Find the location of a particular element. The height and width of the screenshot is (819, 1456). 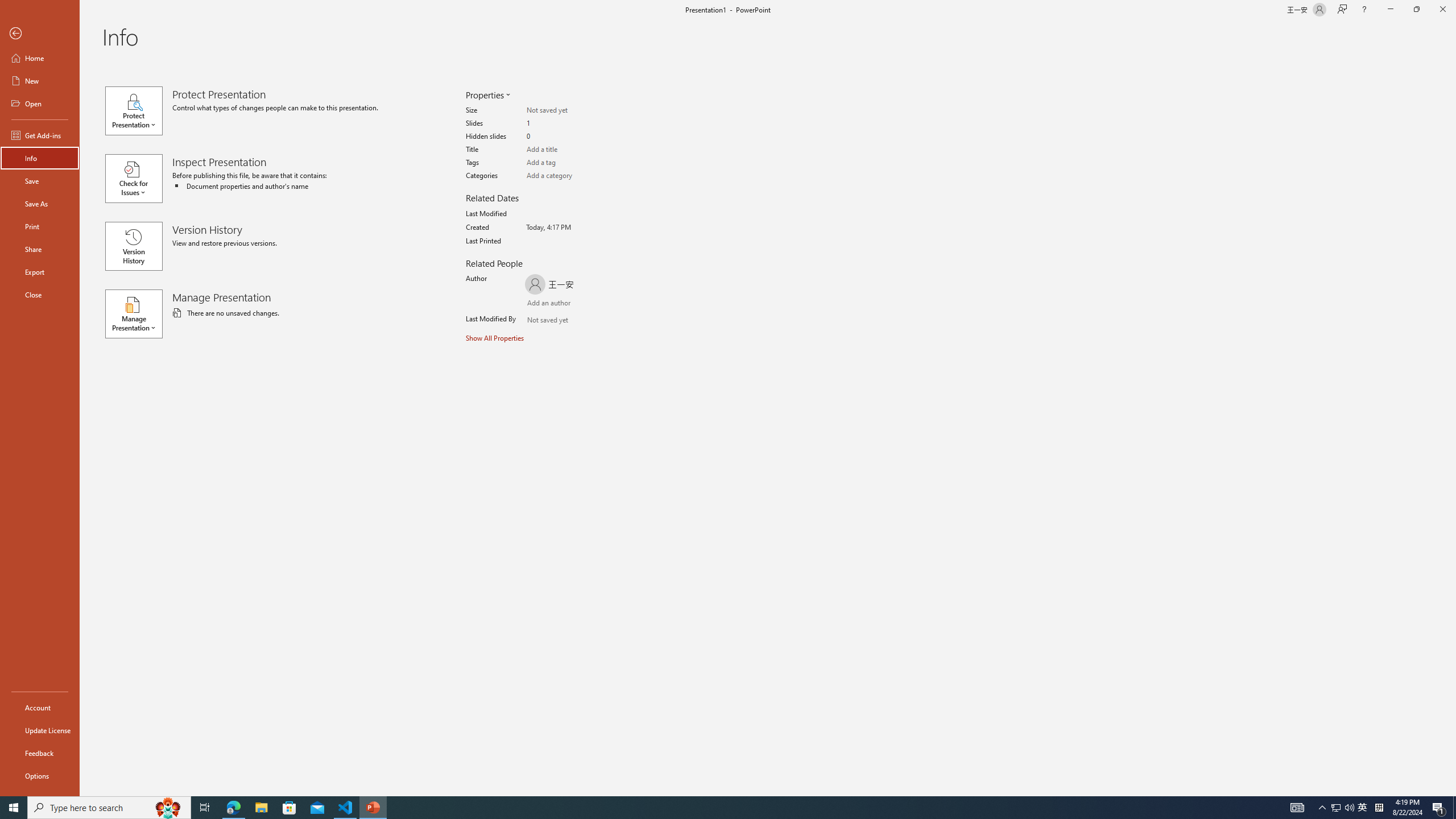

'Export' is located at coordinates (39, 272).